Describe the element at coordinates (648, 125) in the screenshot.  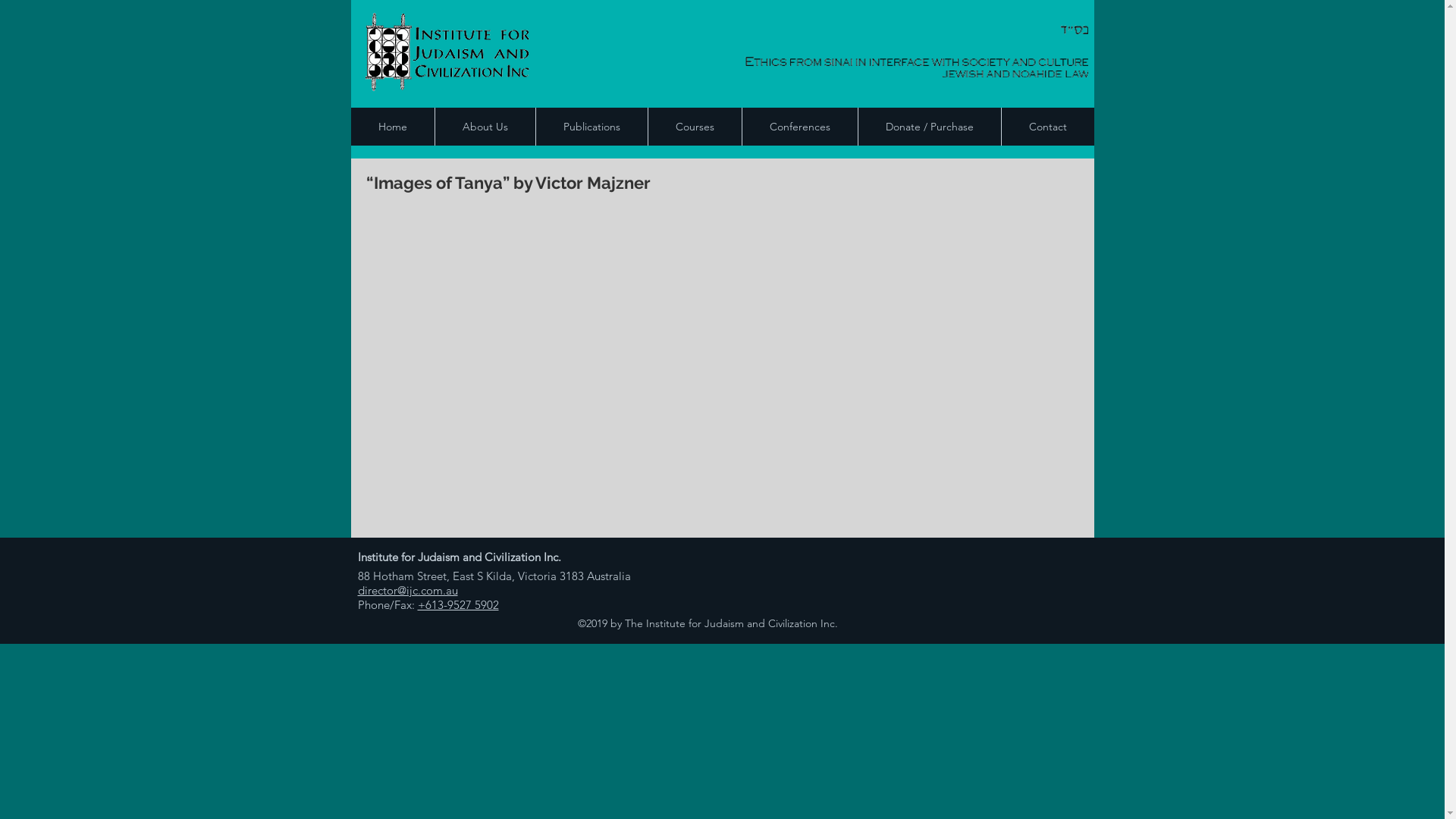
I see `'Courses'` at that location.